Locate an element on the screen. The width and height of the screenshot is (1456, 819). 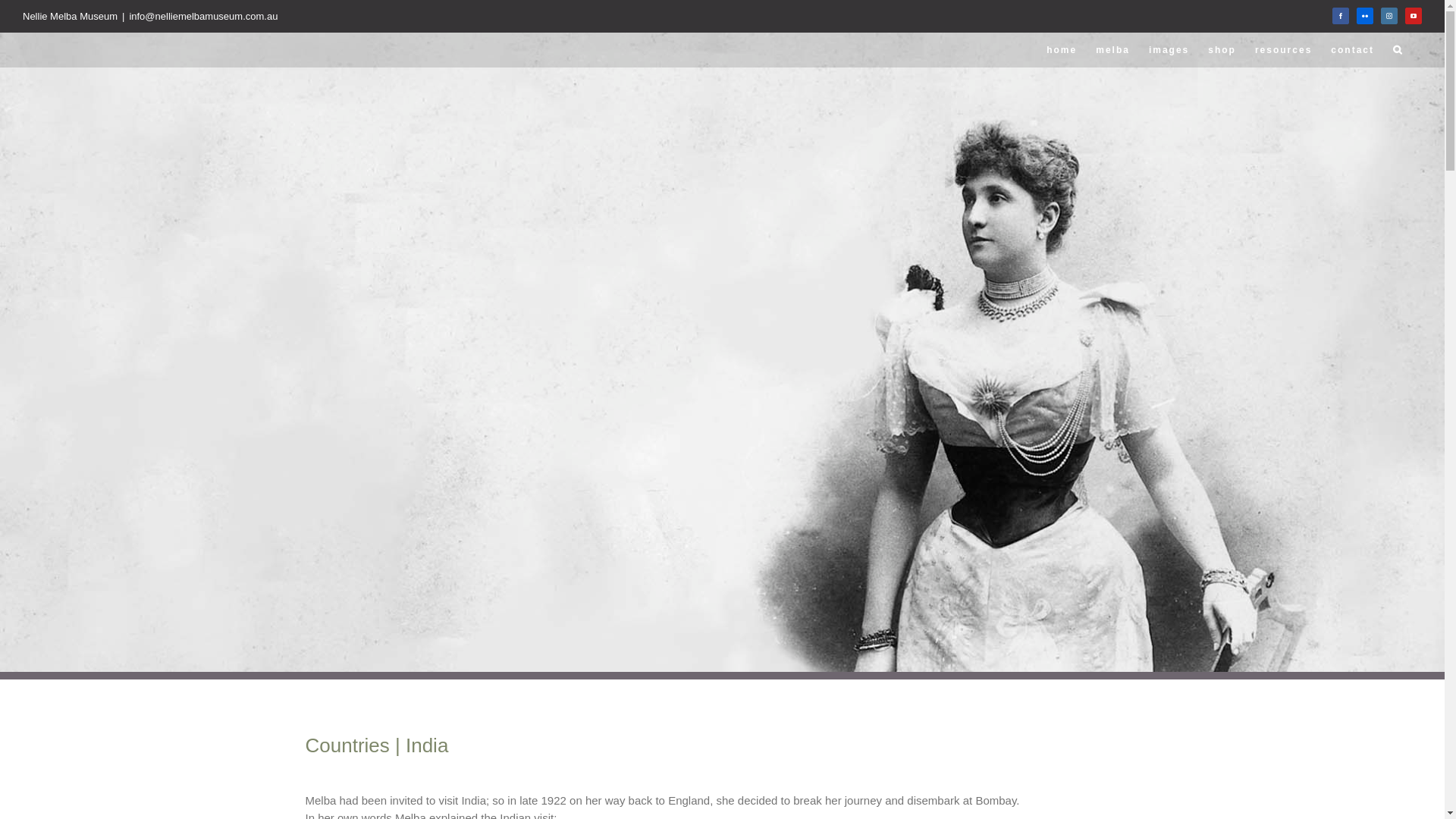
'melba' is located at coordinates (1112, 49).